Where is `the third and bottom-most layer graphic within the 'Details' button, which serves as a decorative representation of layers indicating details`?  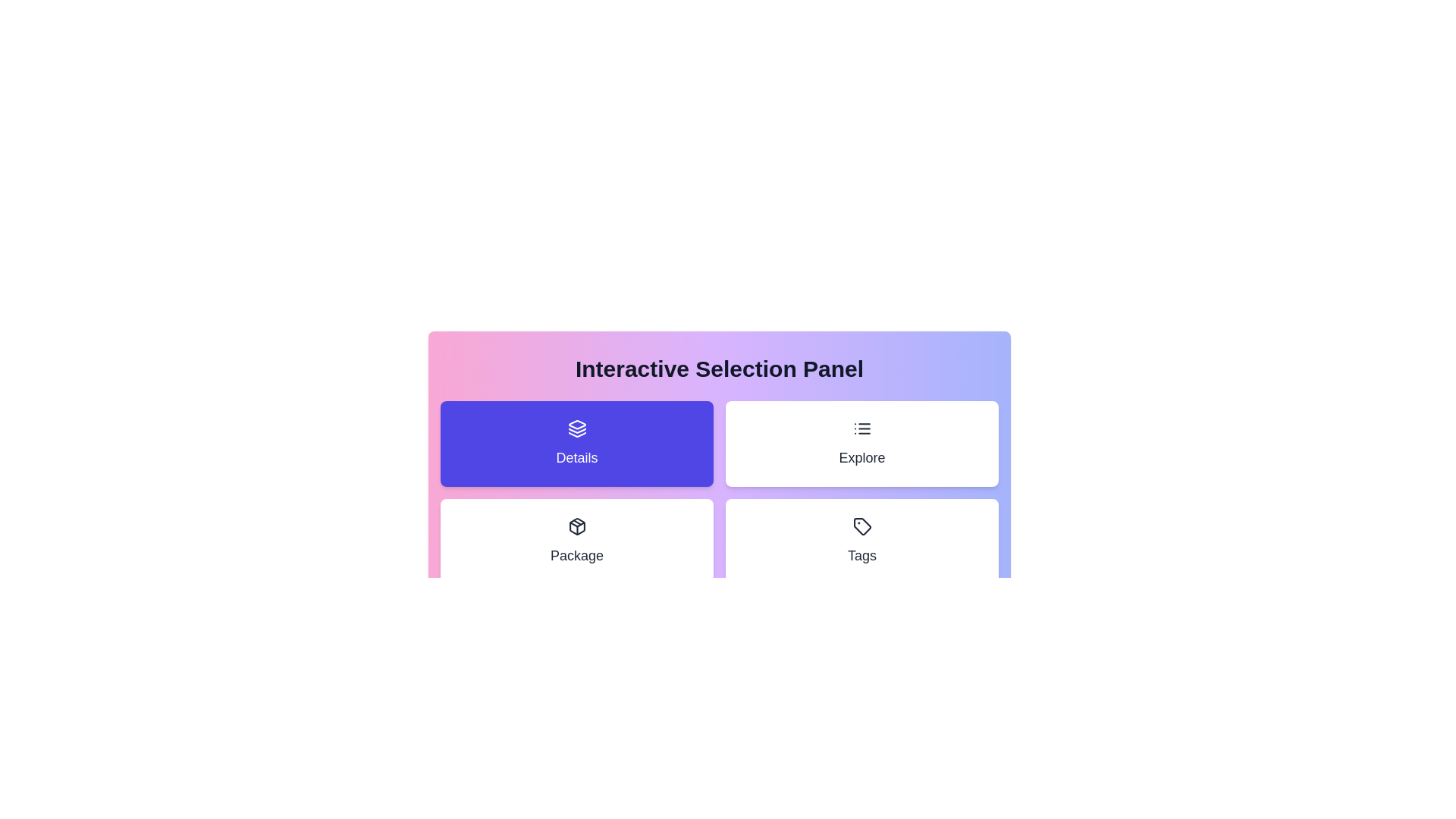 the third and bottom-most layer graphic within the 'Details' button, which serves as a decorative representation of layers indicating details is located at coordinates (576, 435).